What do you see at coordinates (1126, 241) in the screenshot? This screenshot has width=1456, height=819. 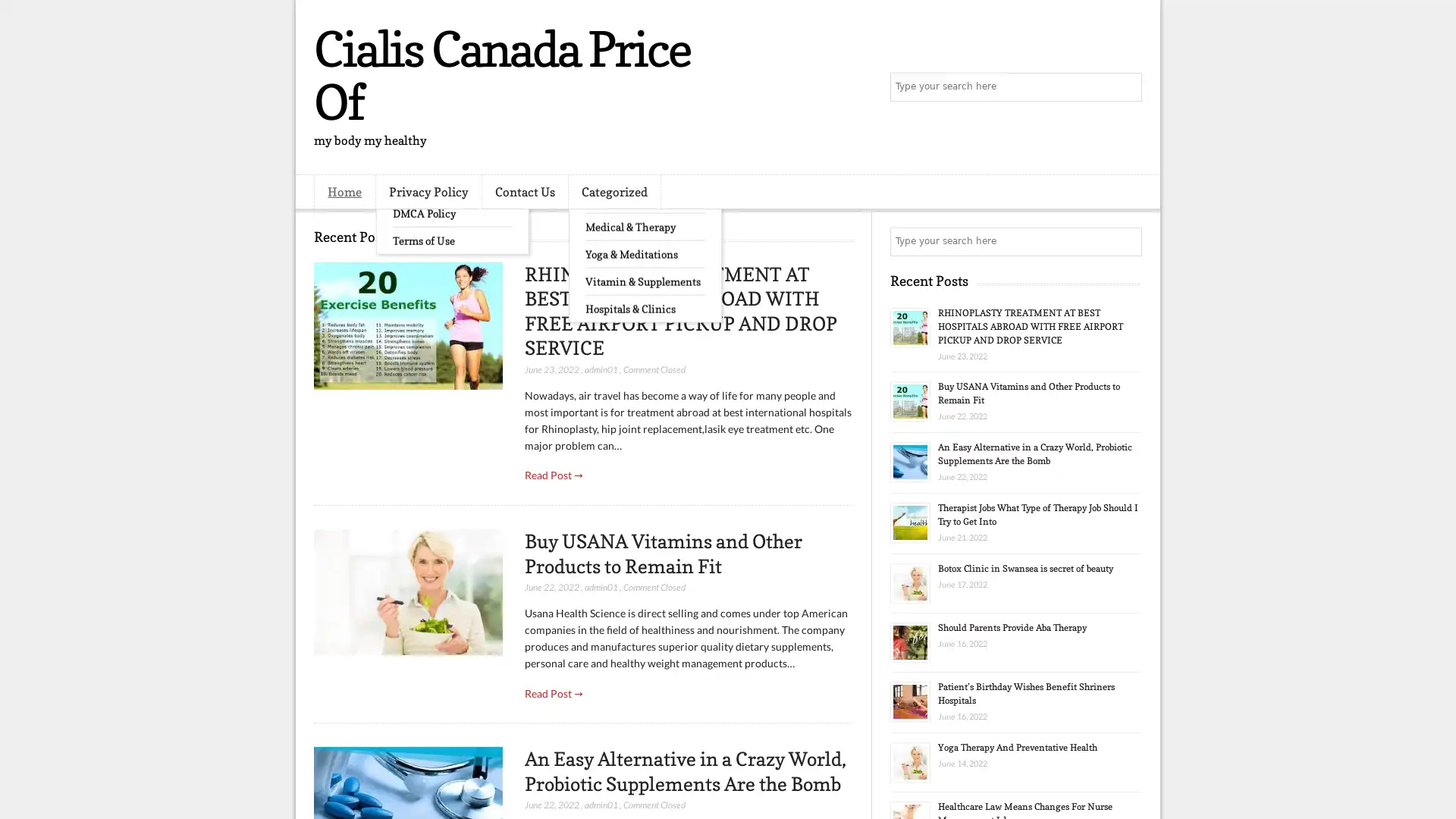 I see `Search` at bounding box center [1126, 241].